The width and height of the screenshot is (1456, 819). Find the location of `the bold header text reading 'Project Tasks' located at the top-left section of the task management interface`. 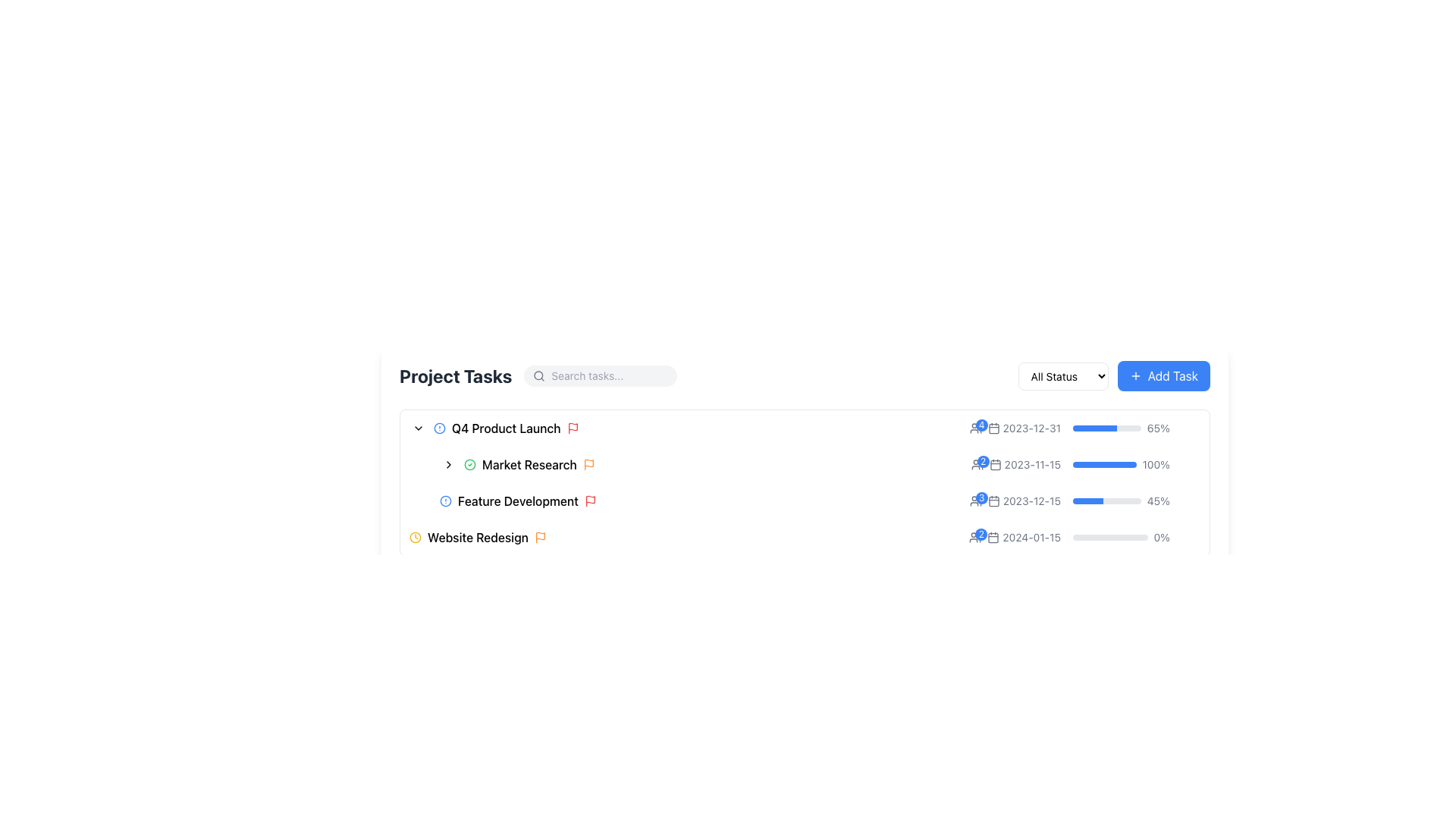

the bold header text reading 'Project Tasks' located at the top-left section of the task management interface is located at coordinates (455, 375).